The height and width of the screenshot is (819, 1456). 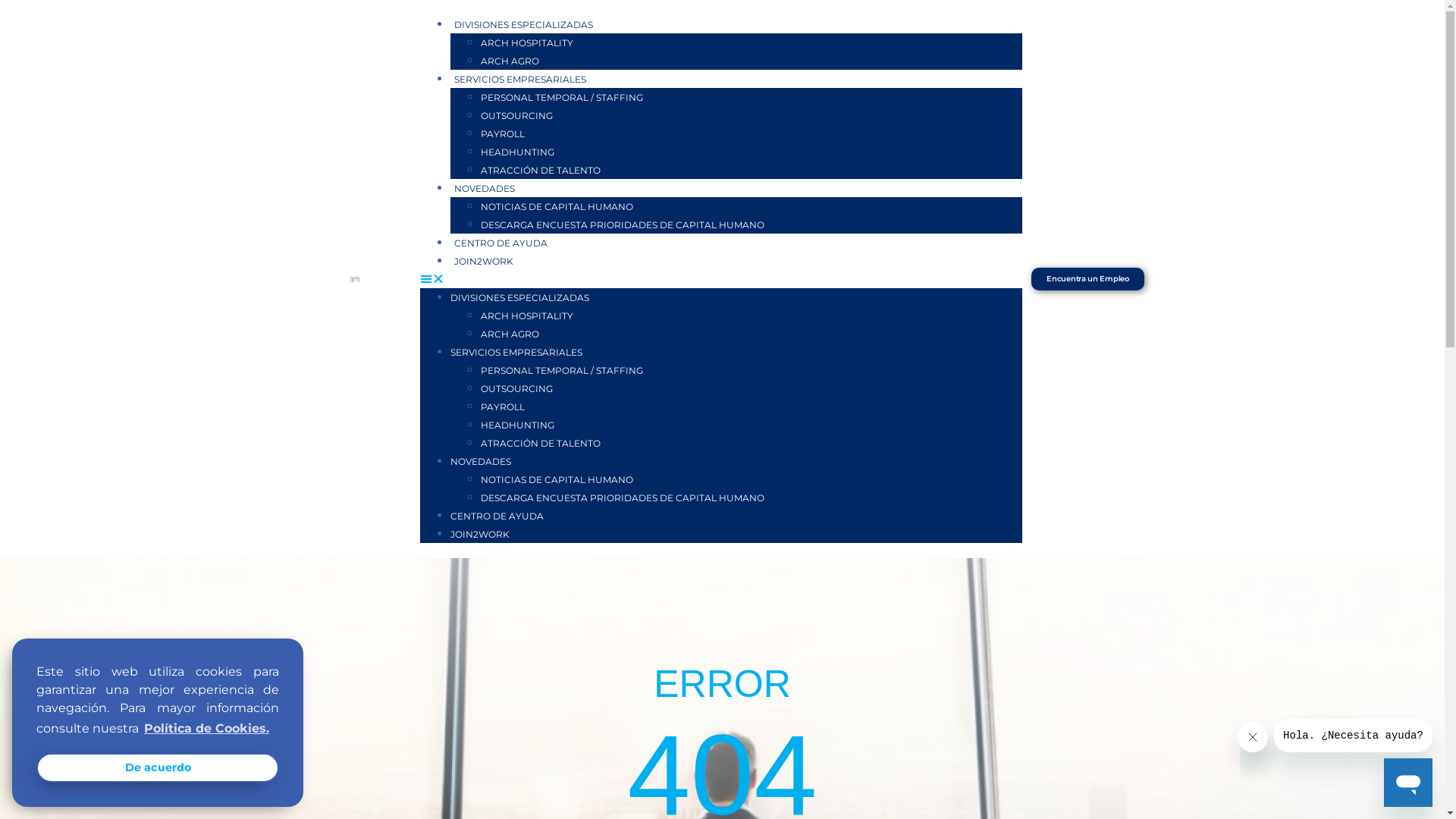 What do you see at coordinates (560, 97) in the screenshot?
I see `'PERSONAL TEMPORAL / STAFFING'` at bounding box center [560, 97].